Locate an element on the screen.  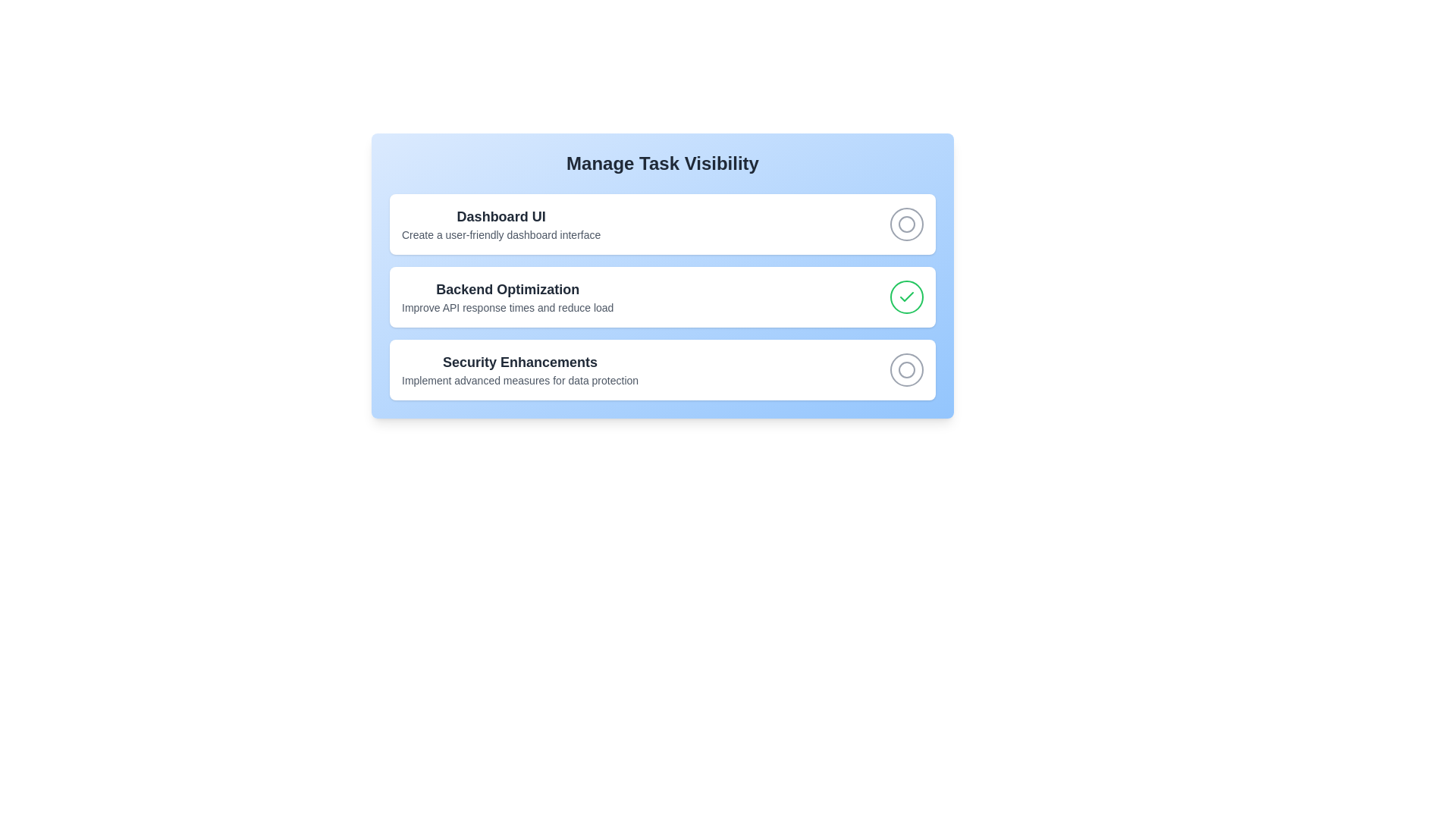
the checkmark icon indicating the completion status of the 'Backend Optimization' task is located at coordinates (906, 297).